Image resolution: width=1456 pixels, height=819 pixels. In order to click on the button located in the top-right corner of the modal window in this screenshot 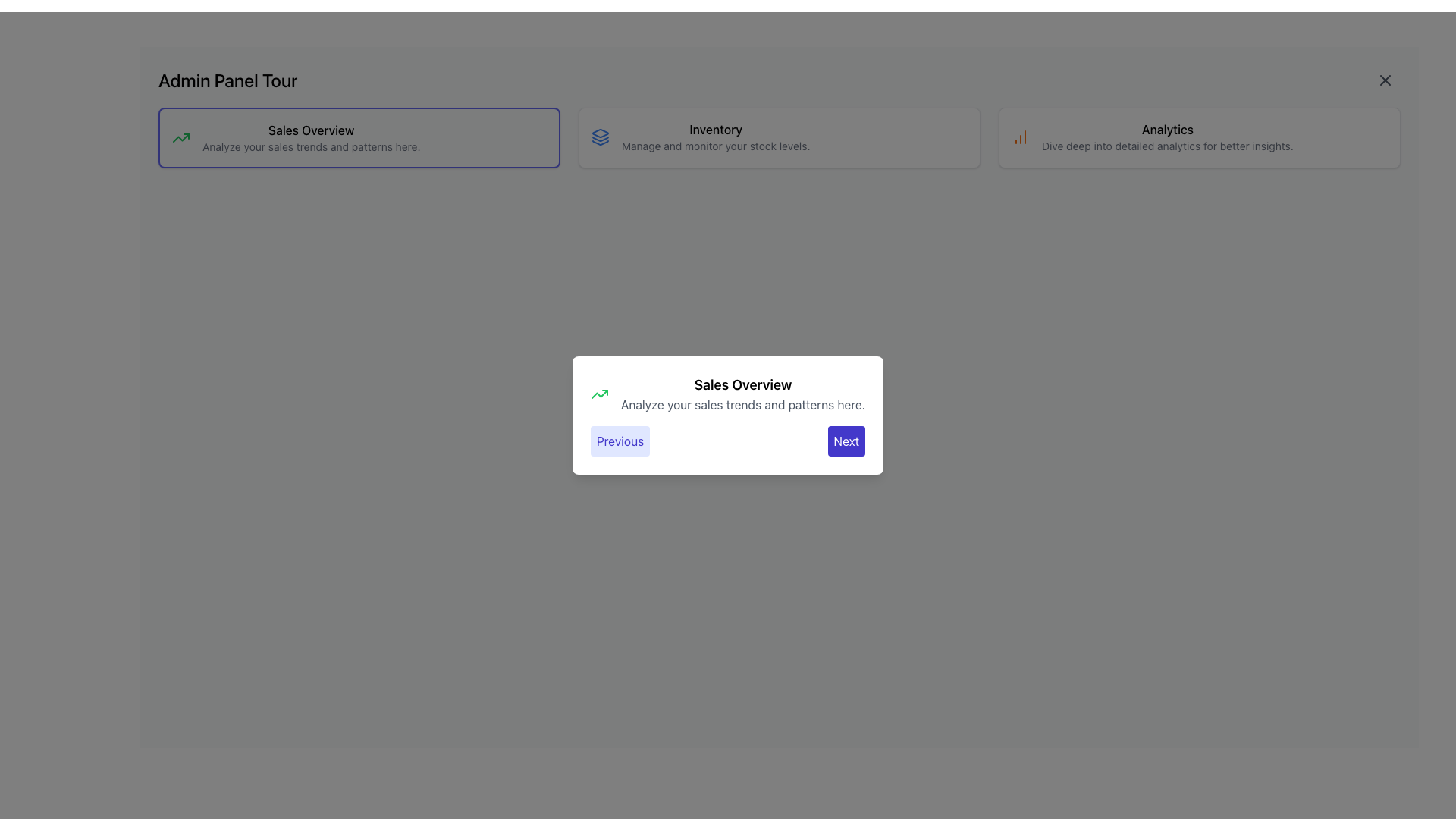, I will do `click(1385, 80)`.